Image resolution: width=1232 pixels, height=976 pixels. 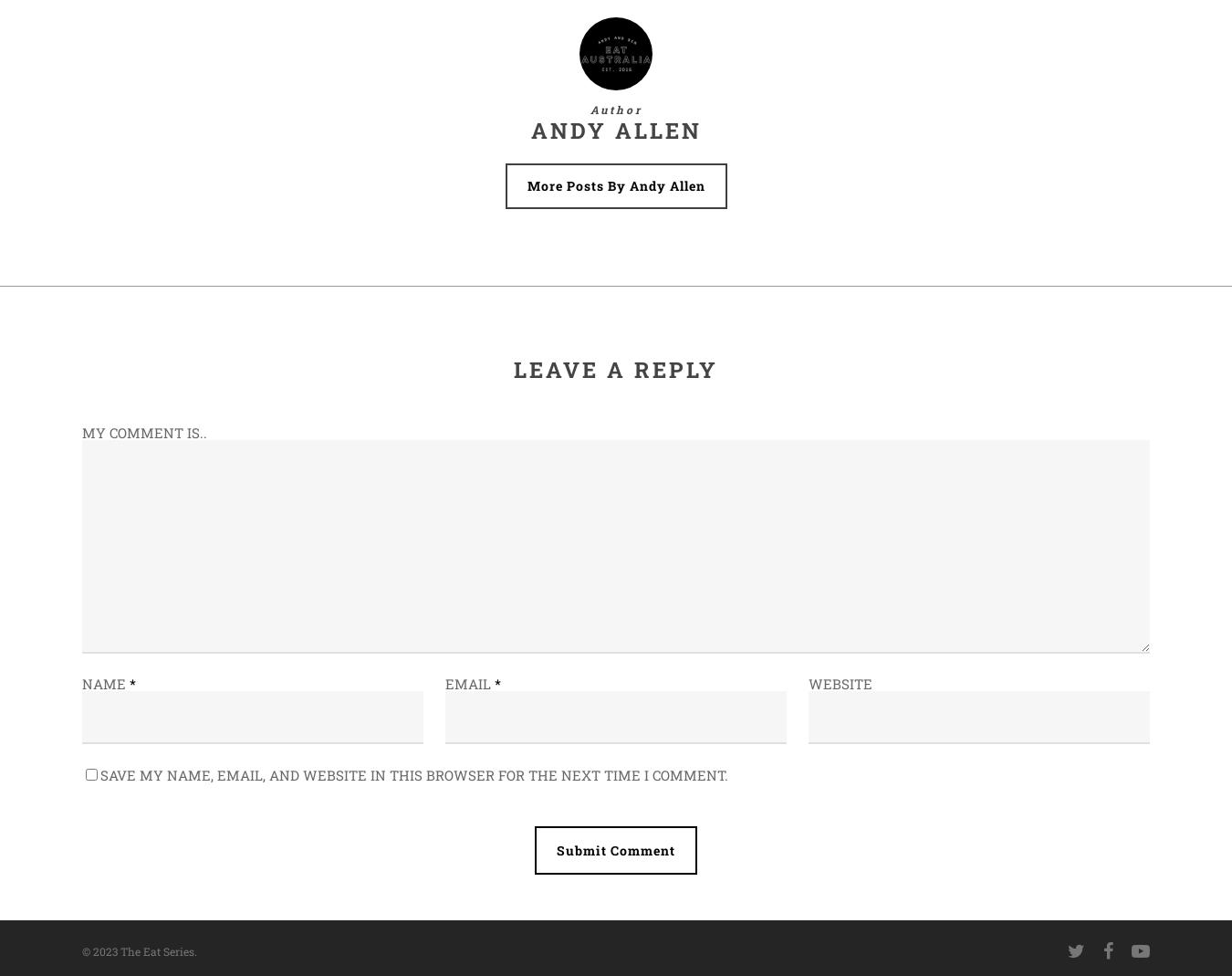 What do you see at coordinates (589, 110) in the screenshot?
I see `'Author'` at bounding box center [589, 110].